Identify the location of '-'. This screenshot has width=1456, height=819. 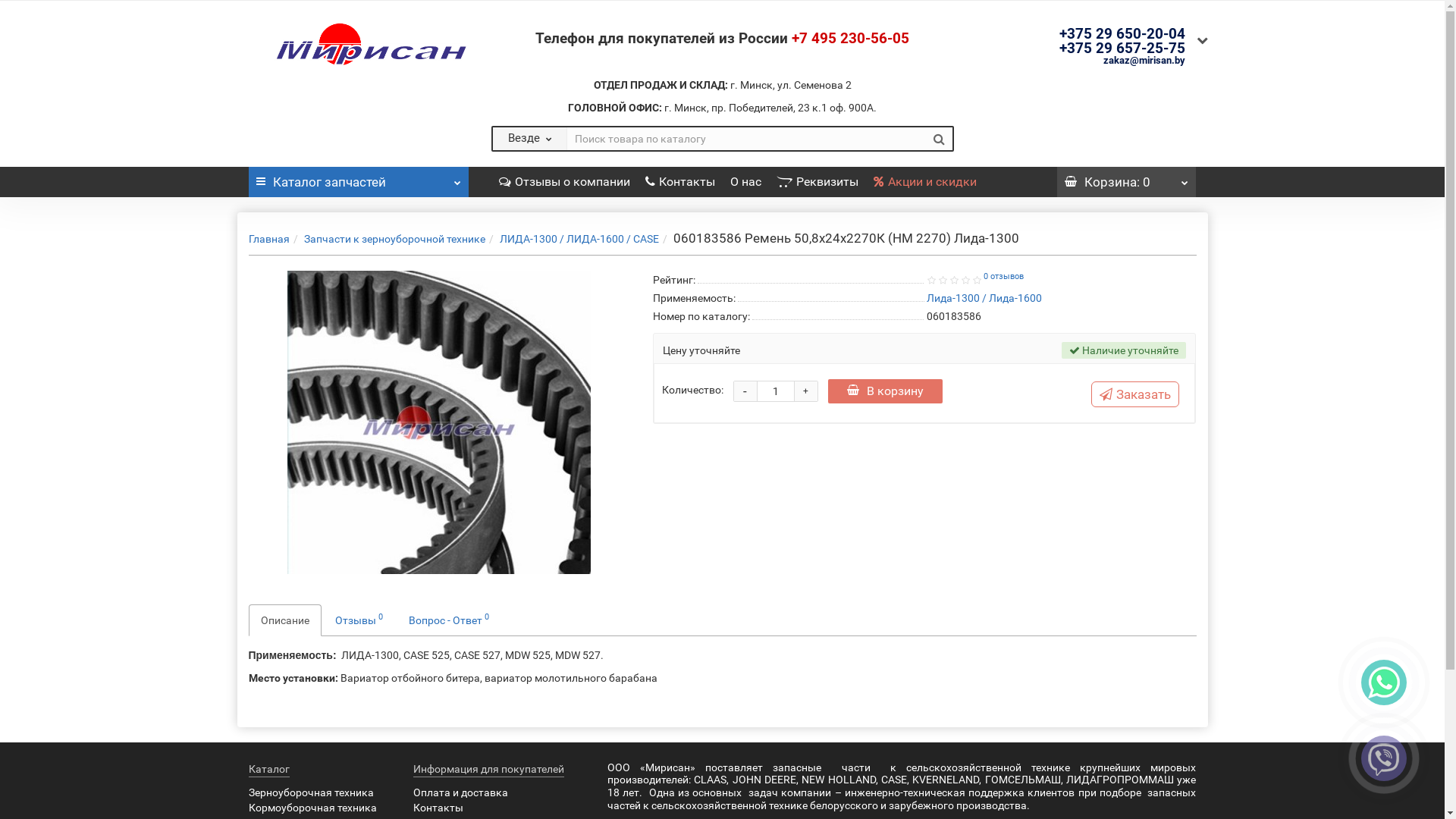
(745, 391).